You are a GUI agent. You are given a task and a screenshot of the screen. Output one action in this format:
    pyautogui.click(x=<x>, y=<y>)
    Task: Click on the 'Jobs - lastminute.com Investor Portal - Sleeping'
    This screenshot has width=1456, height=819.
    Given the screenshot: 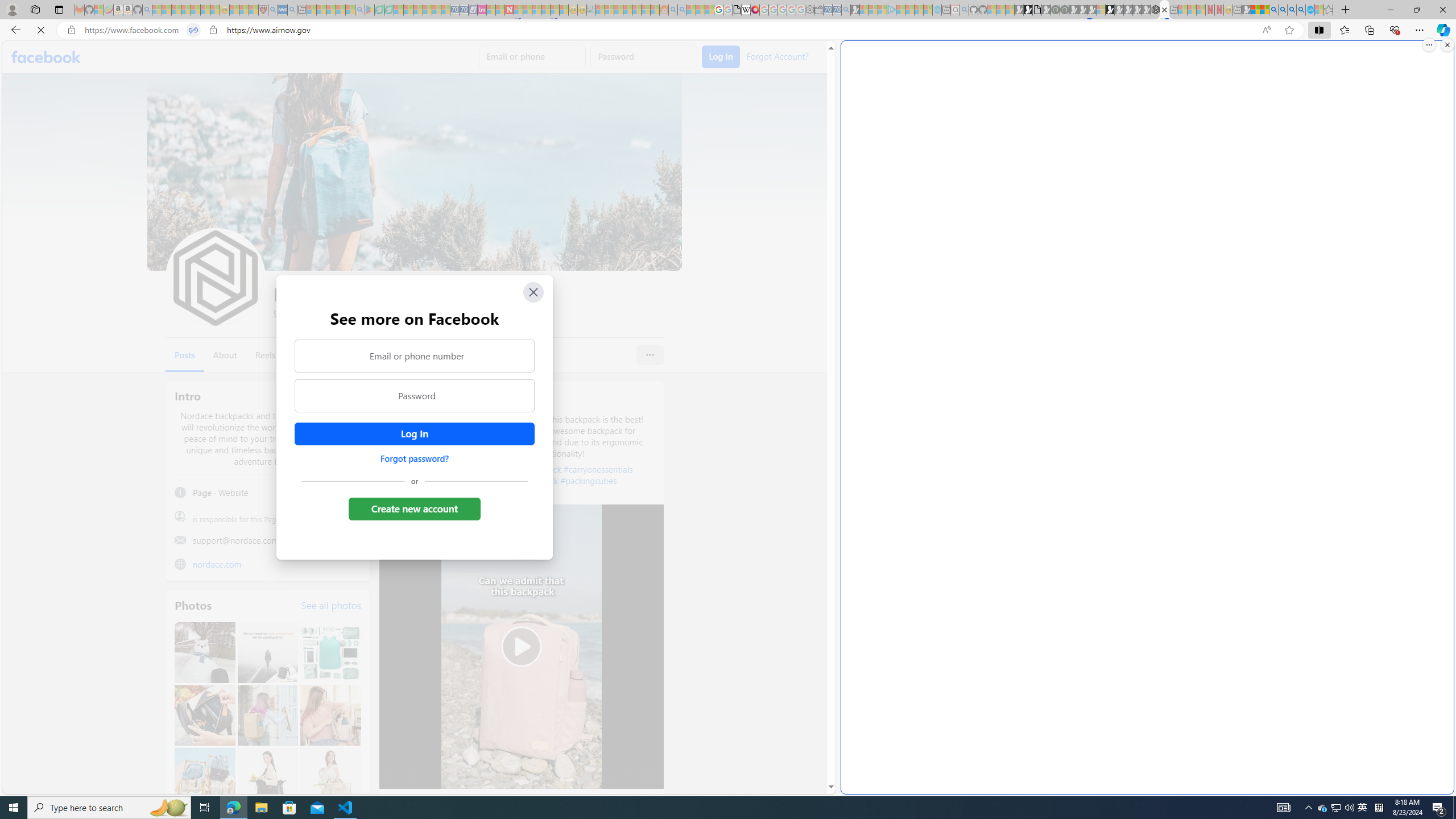 What is the action you would take?
    pyautogui.click(x=482, y=9)
    